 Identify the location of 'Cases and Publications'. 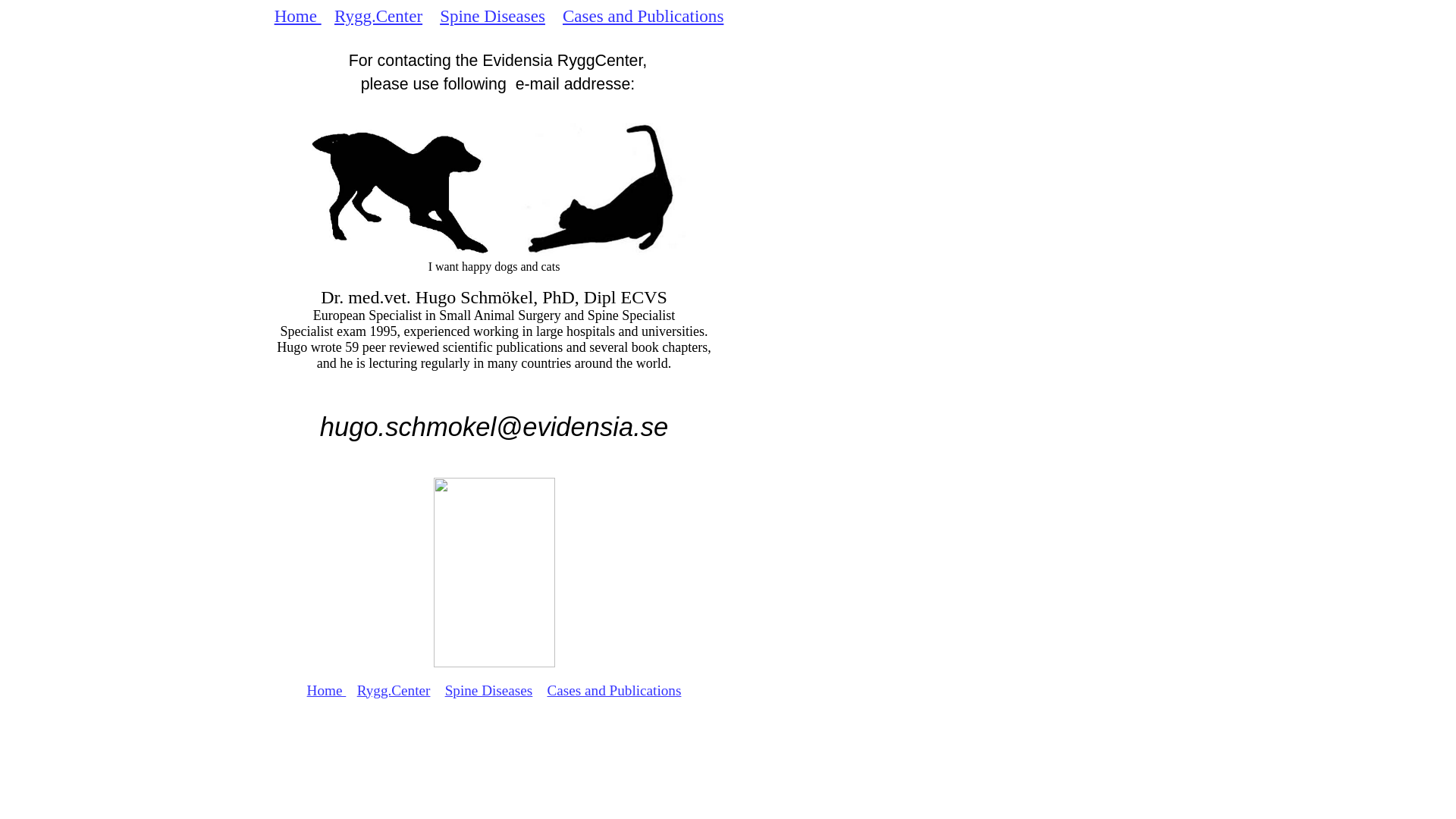
(613, 690).